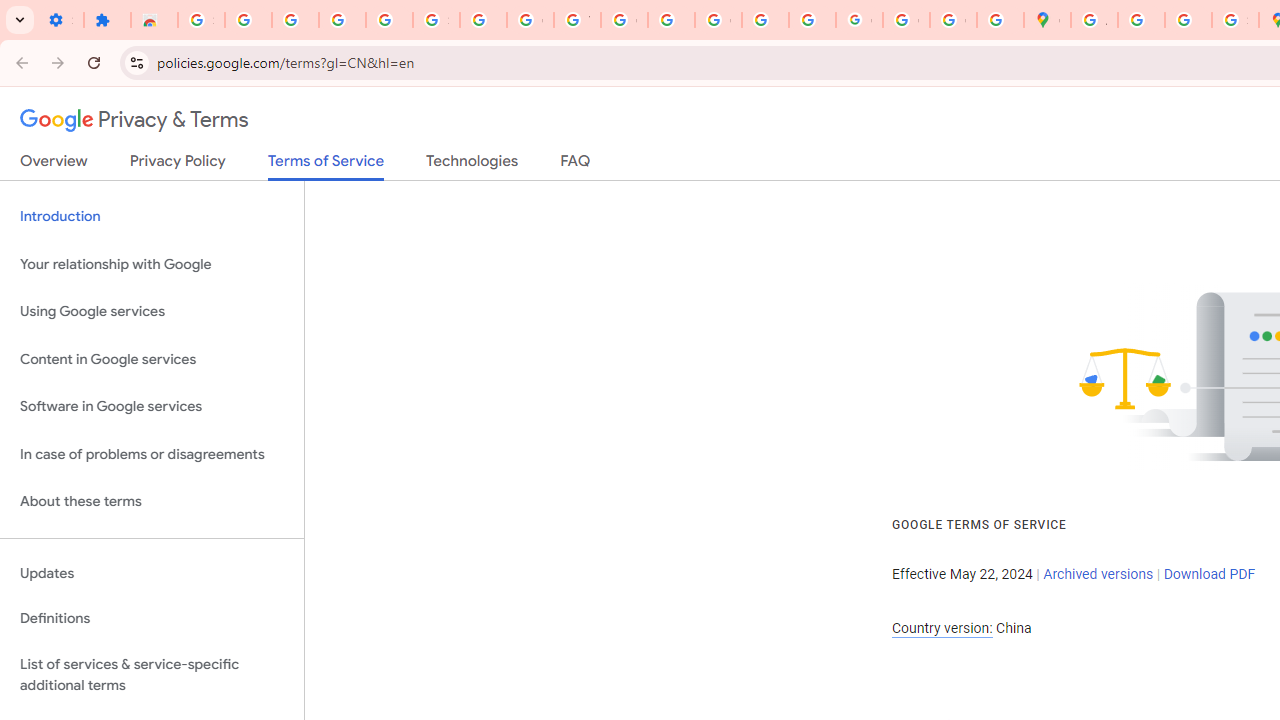  I want to click on 'Software in Google services', so click(151, 406).